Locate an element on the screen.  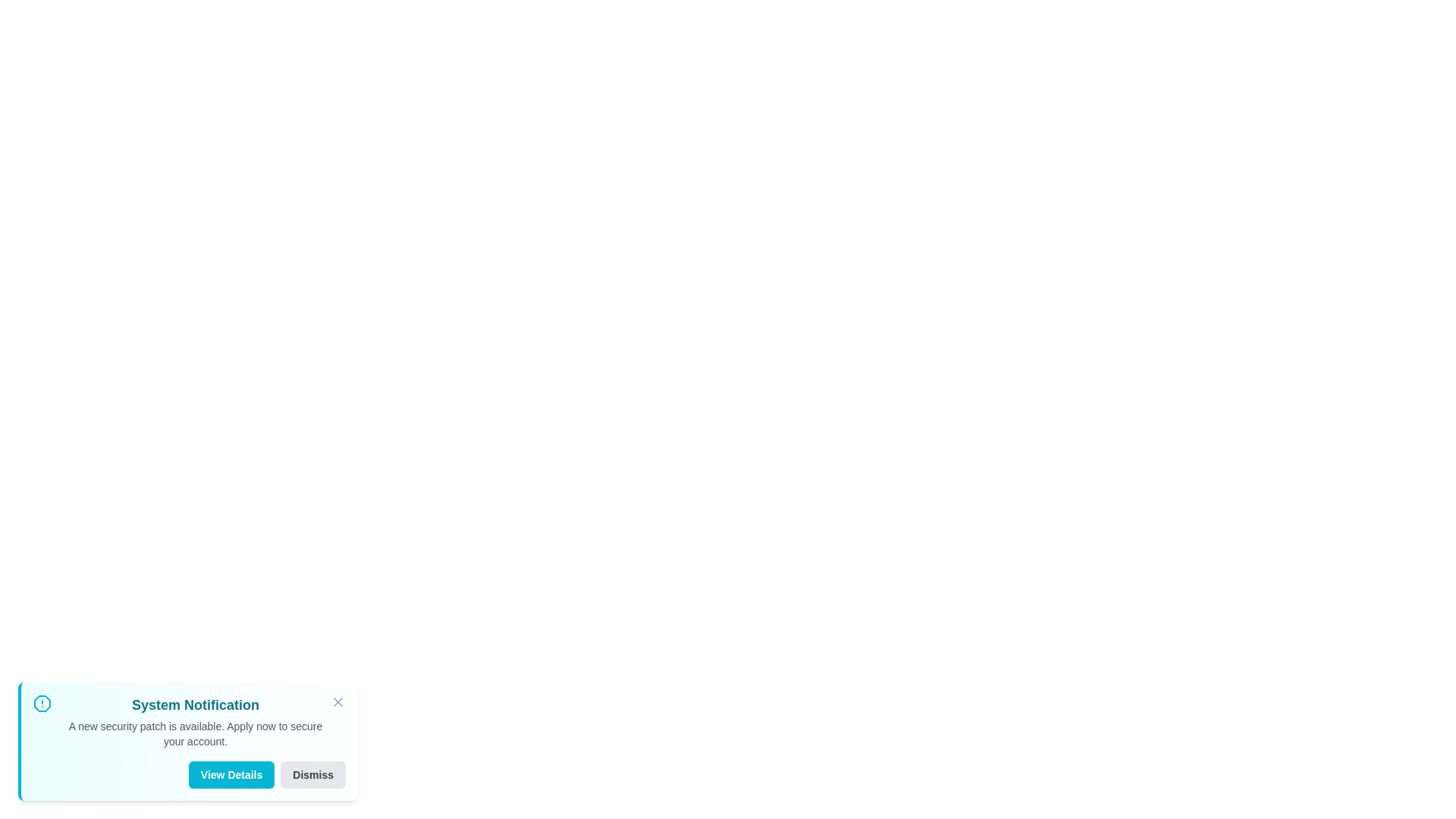
the close button to dismiss the alert is located at coordinates (337, 701).